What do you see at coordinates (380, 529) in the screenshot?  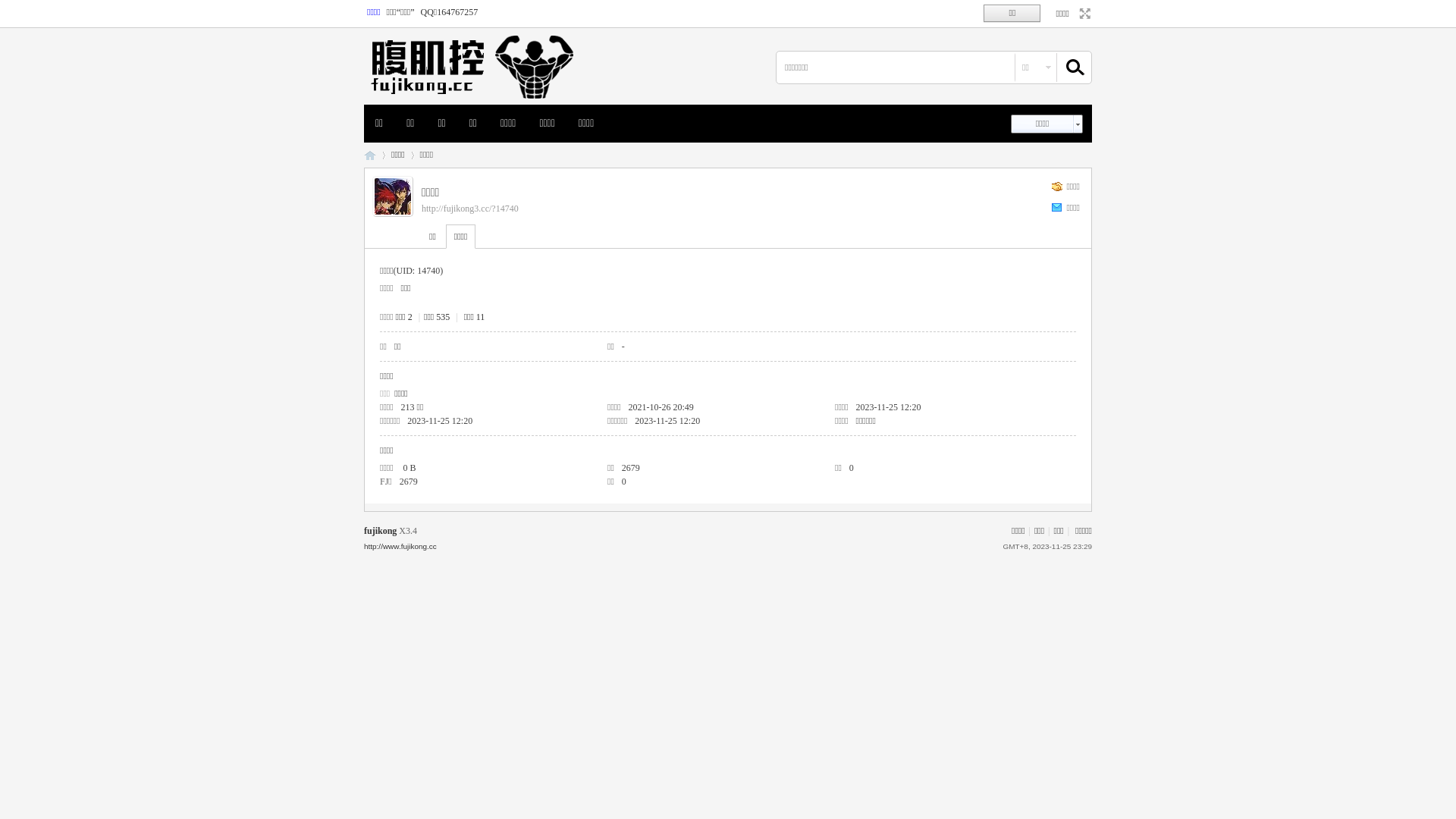 I see `'fujikong'` at bounding box center [380, 529].